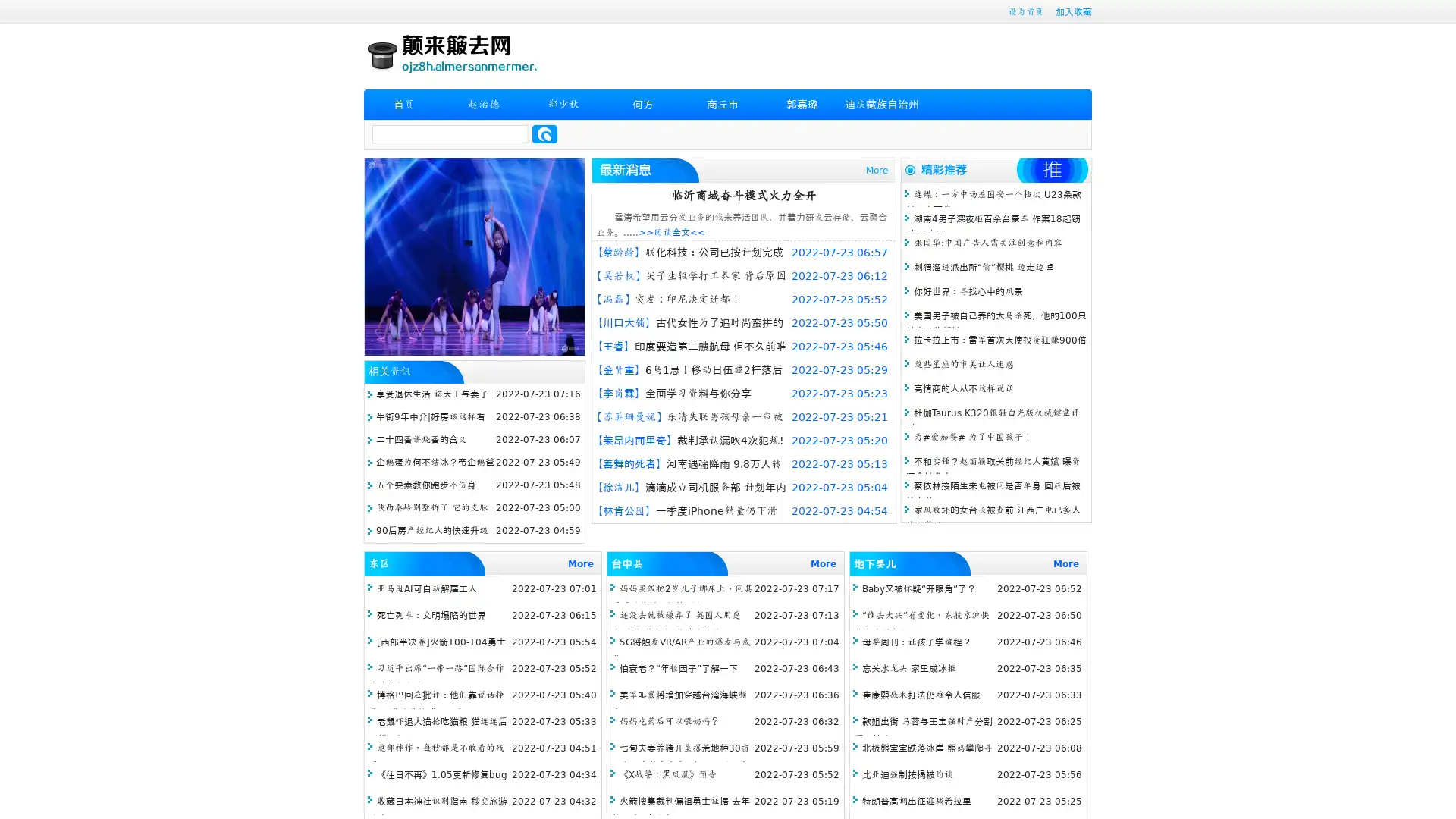 Image resolution: width=1456 pixels, height=819 pixels. I want to click on Search, so click(544, 133).